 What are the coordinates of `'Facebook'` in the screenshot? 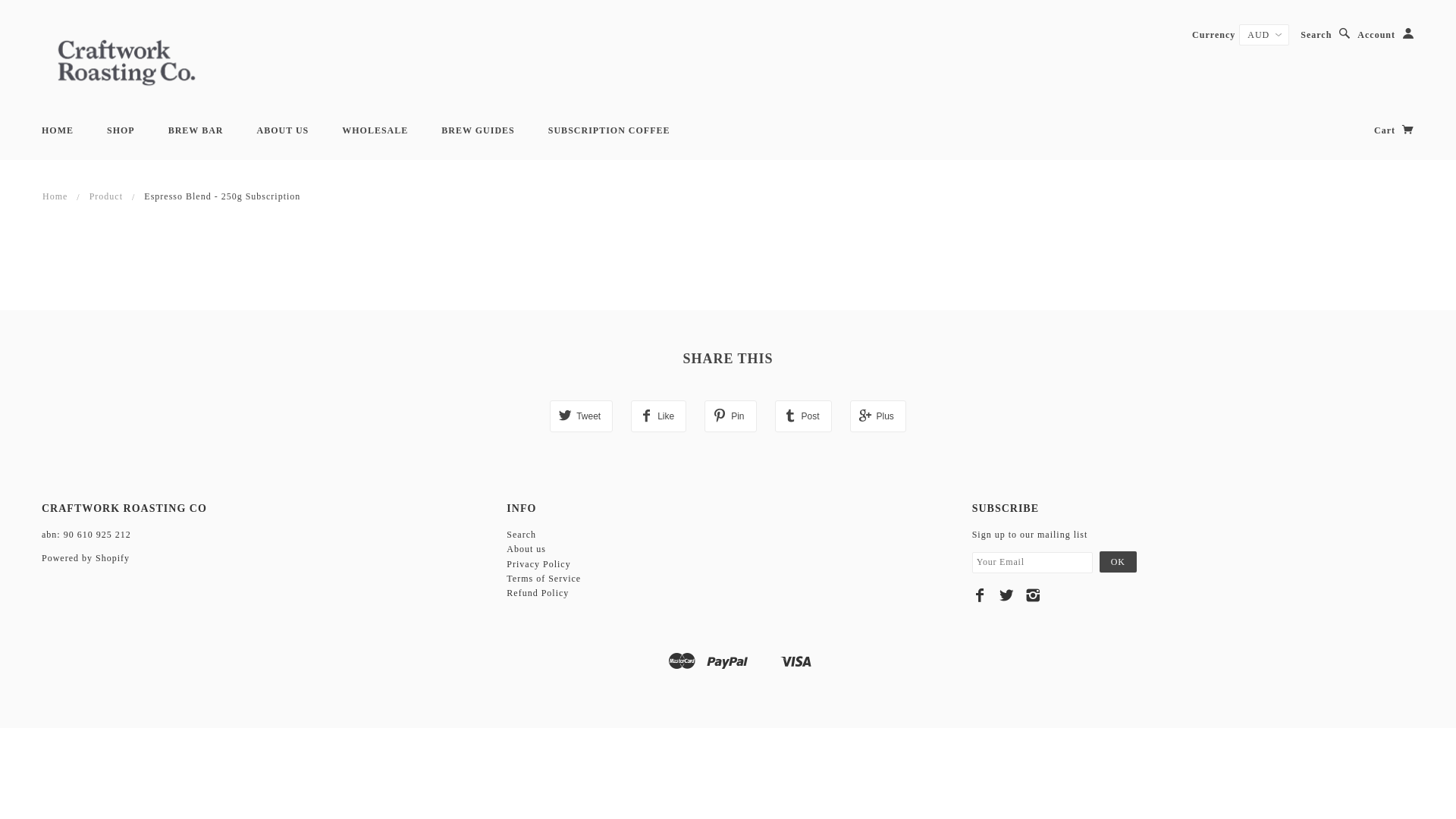 It's located at (971, 595).